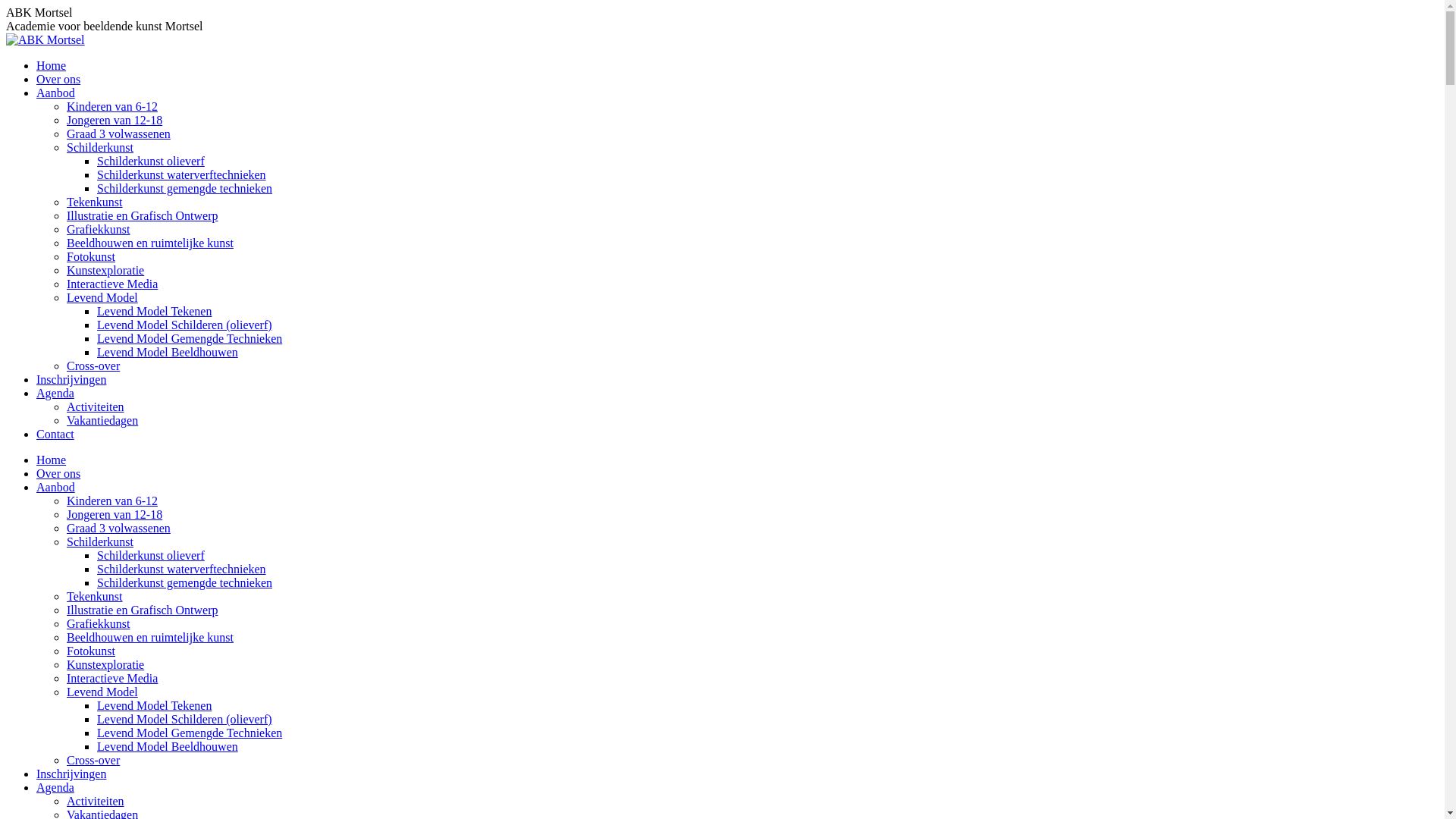 This screenshot has height=819, width=1456. Describe the element at coordinates (5, 5) in the screenshot. I see `'Skip to content'` at that location.